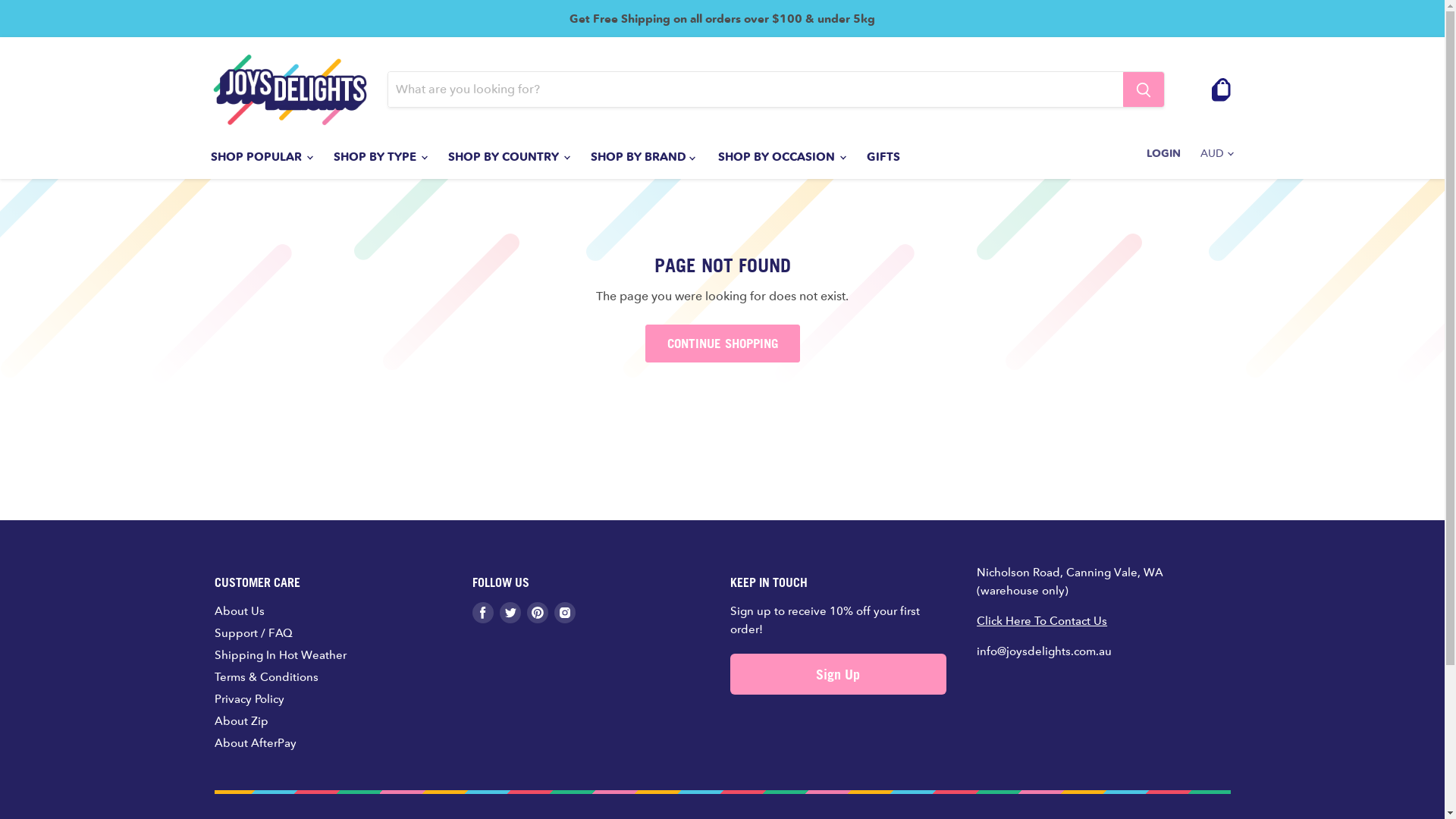 The width and height of the screenshot is (1456, 819). Describe the element at coordinates (265, 676) in the screenshot. I see `'Terms & Conditions'` at that location.